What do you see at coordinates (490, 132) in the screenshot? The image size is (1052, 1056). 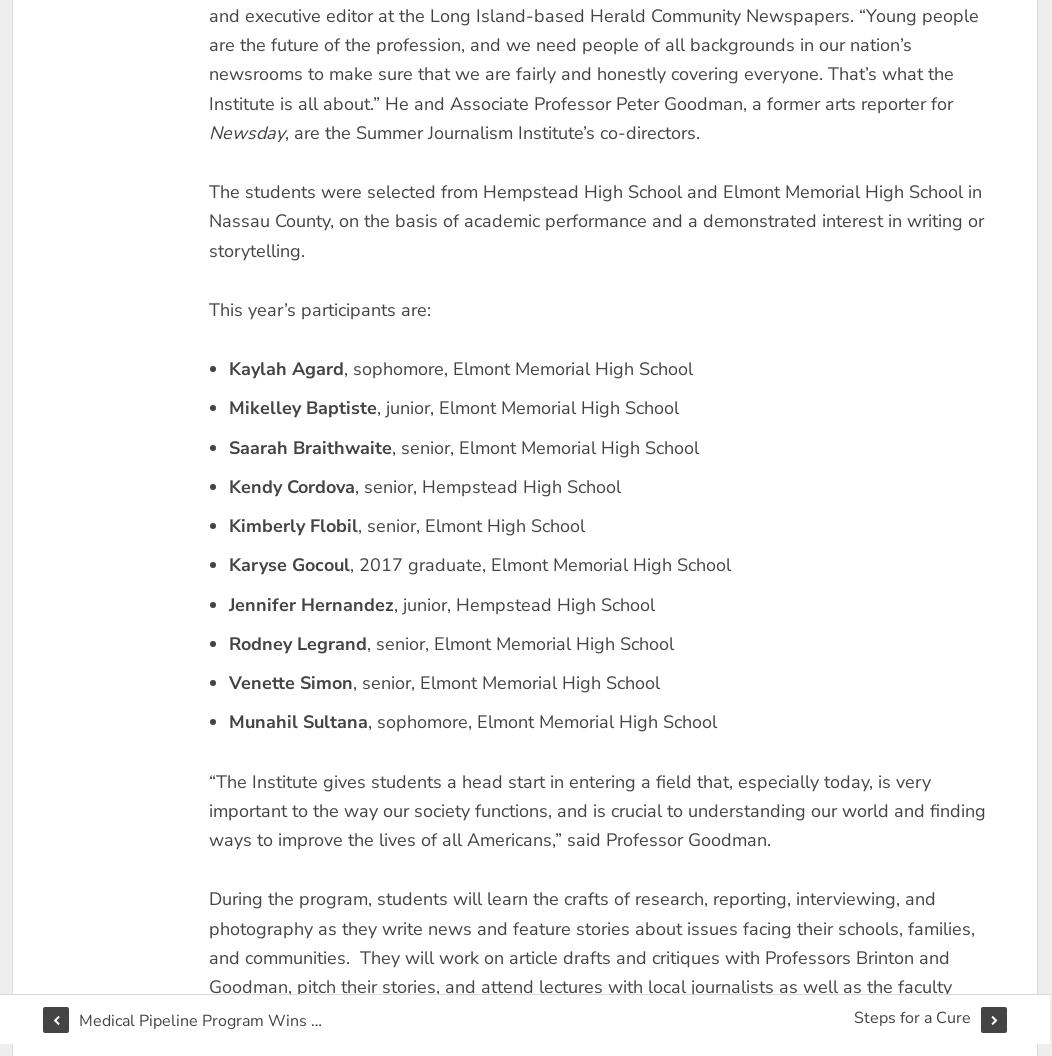 I see `', are the Summer Journalism Institute’s co-directors.'` at bounding box center [490, 132].